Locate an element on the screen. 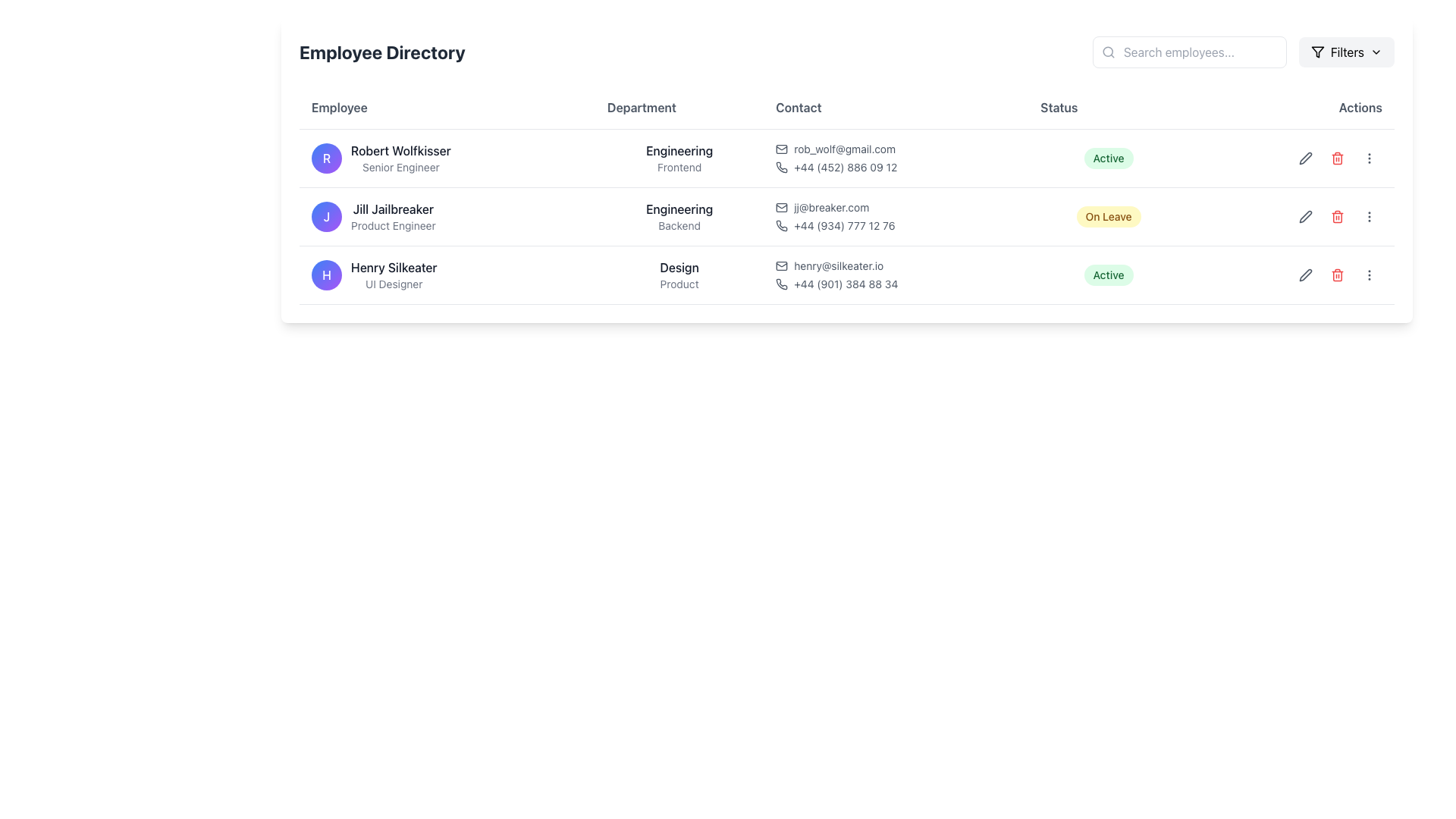  the visual indicator icon (dot) located to the right of the 'On Leave' status in the second row of the table is located at coordinates (1291, 216).